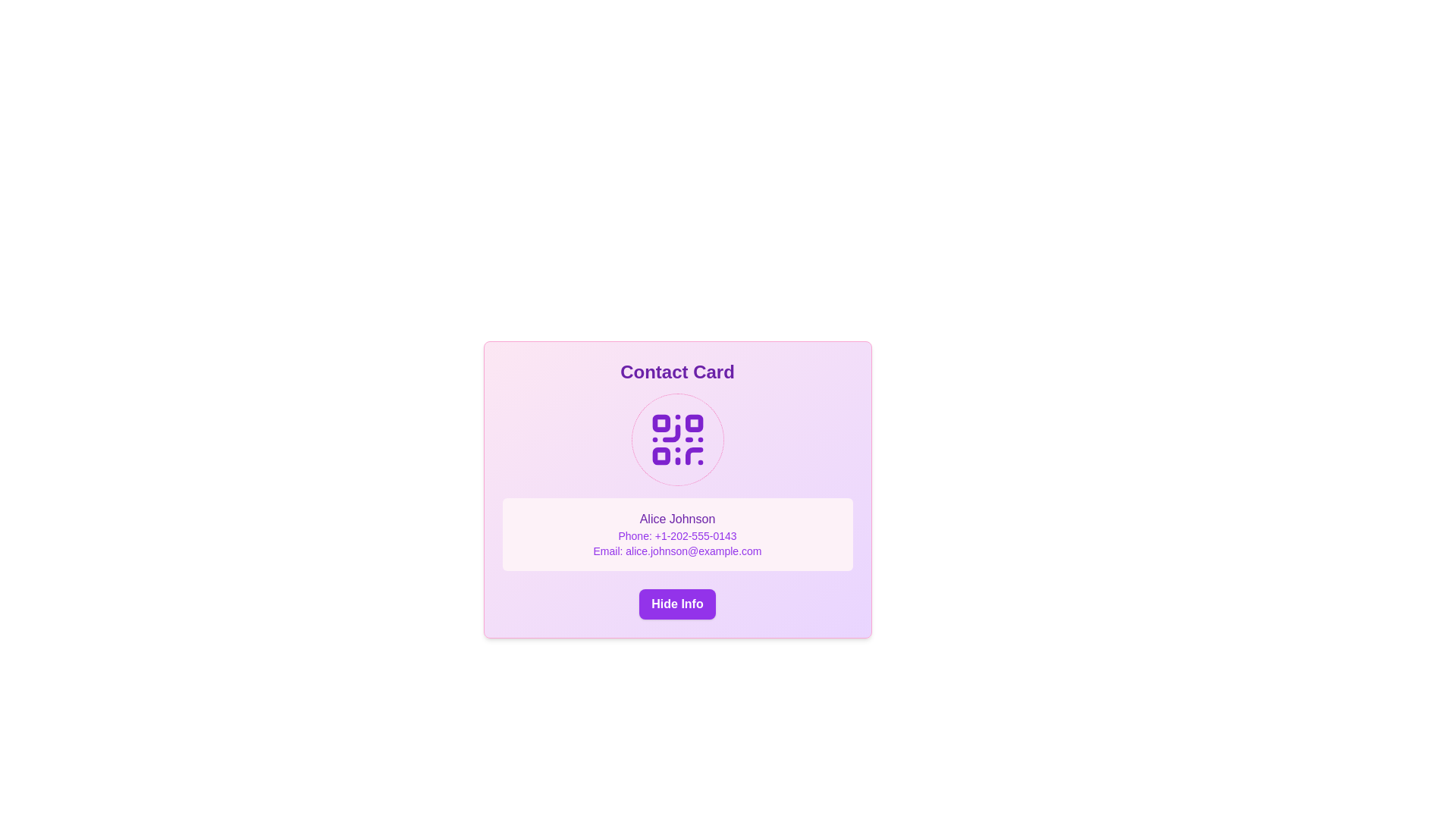 The width and height of the screenshot is (1456, 819). I want to click on the second square within the QR code graphic, which is part of the icon design located in the upper-right corner of the purple-themed contact card interface, so click(693, 423).